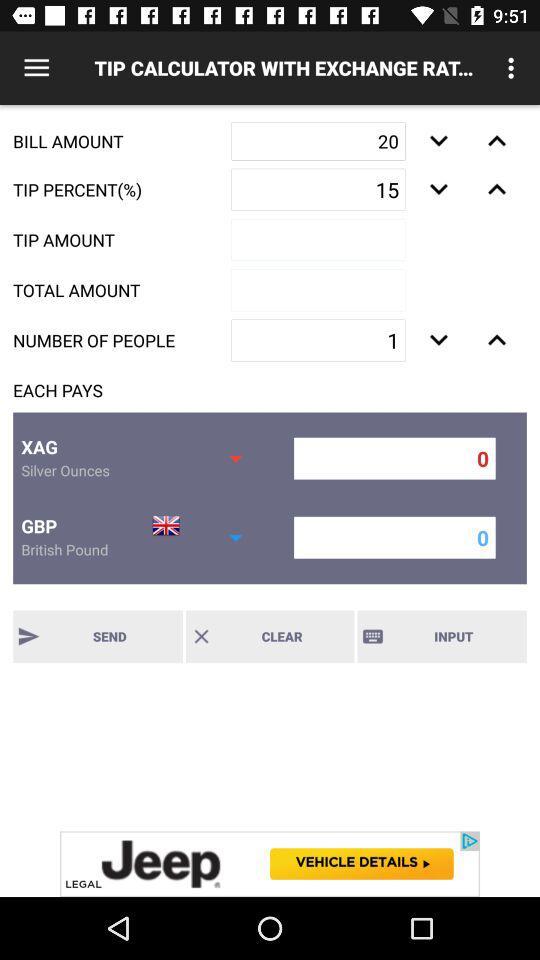 The image size is (540, 960). Describe the element at coordinates (437, 189) in the screenshot. I see `increasing number` at that location.